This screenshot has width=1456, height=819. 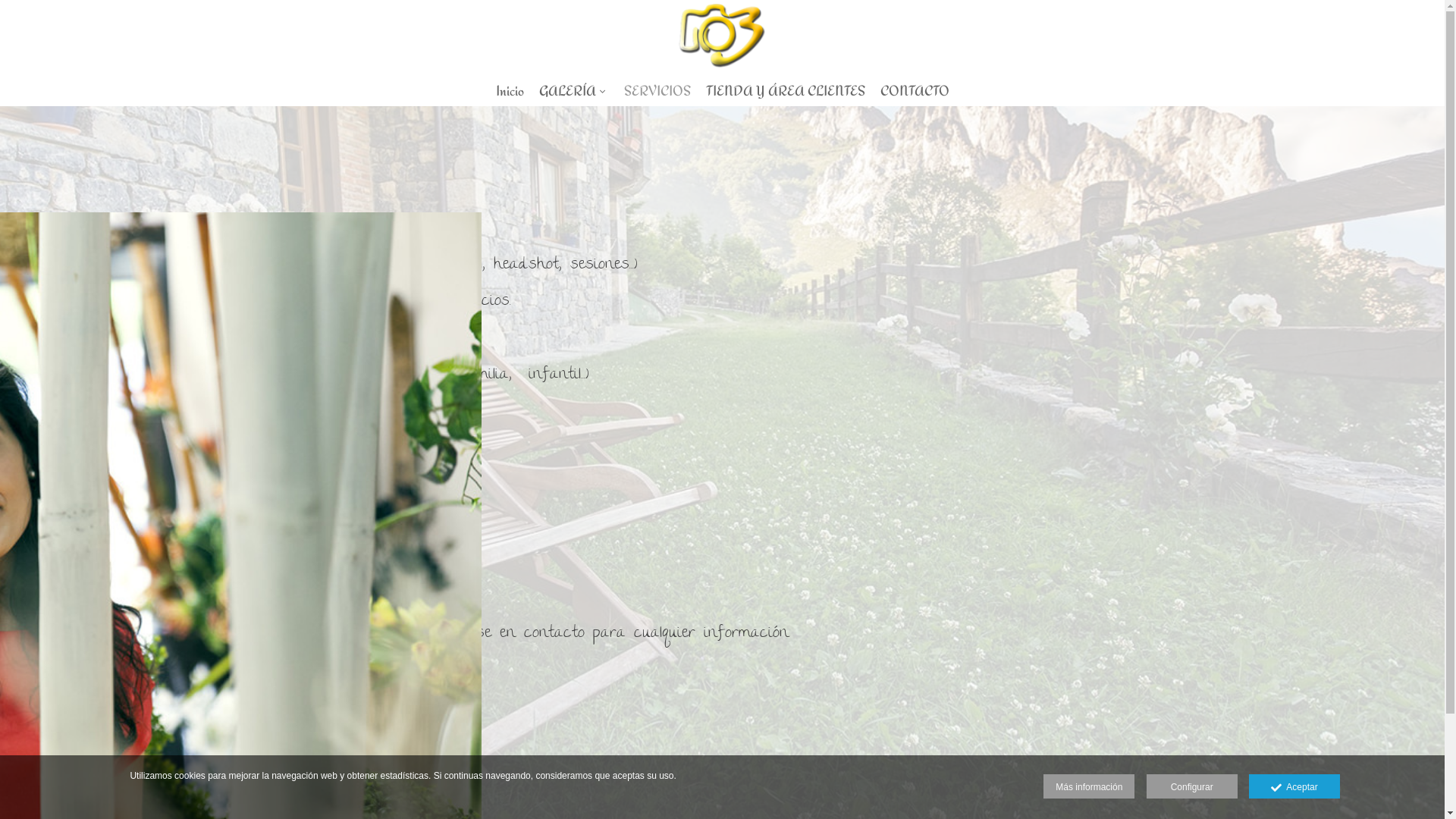 What do you see at coordinates (510, 91) in the screenshot?
I see `'Inicio'` at bounding box center [510, 91].